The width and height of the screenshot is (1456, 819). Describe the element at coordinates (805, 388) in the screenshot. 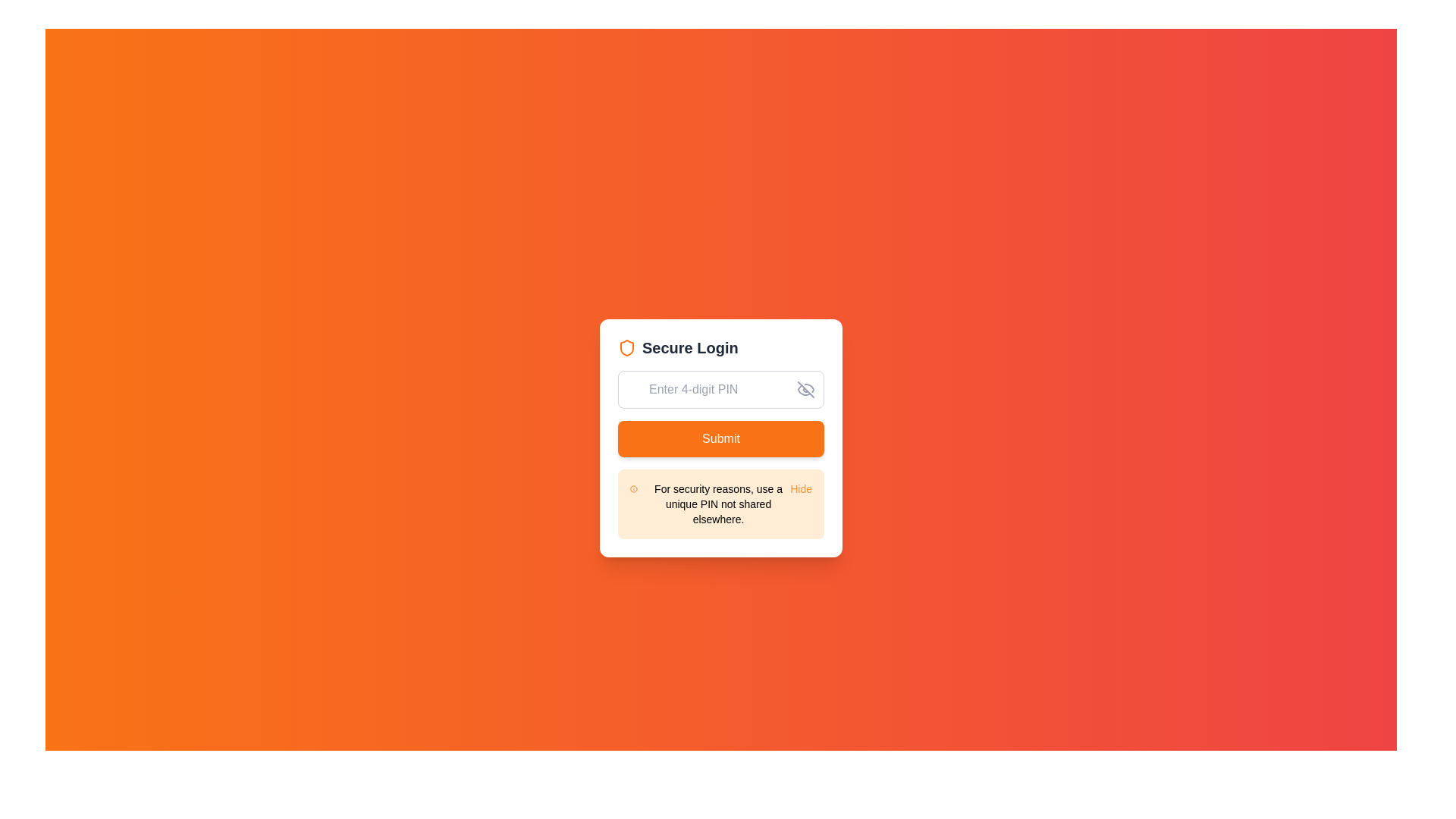

I see `the eye-shaped icon button` at that location.